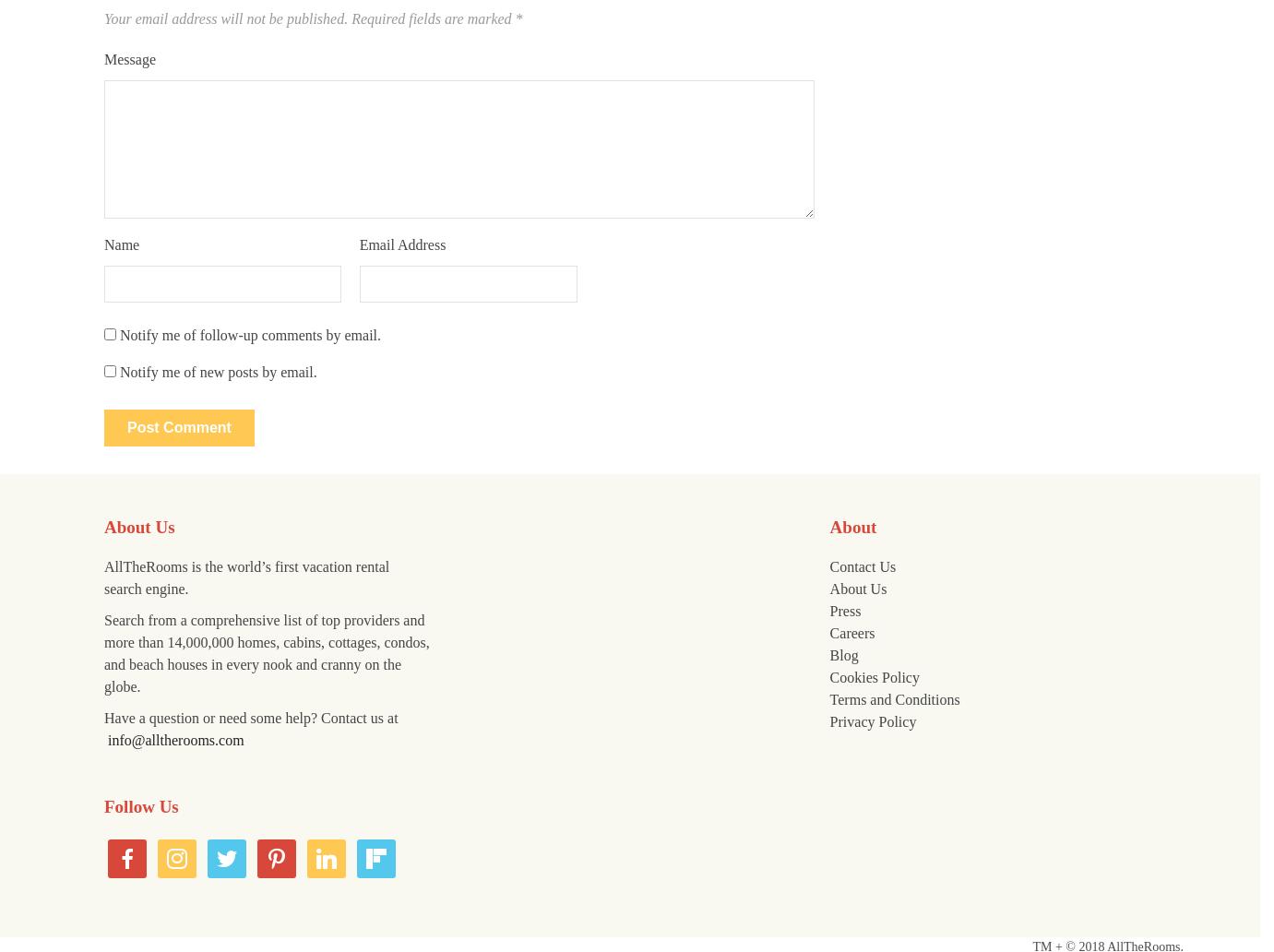  What do you see at coordinates (267, 652) in the screenshot?
I see `'Search from a comprehensive list of top providers and more than 14,000,000 homes, cabins, cottages, condos, and beach houses in every nook and cranny on the globe.'` at bounding box center [267, 652].